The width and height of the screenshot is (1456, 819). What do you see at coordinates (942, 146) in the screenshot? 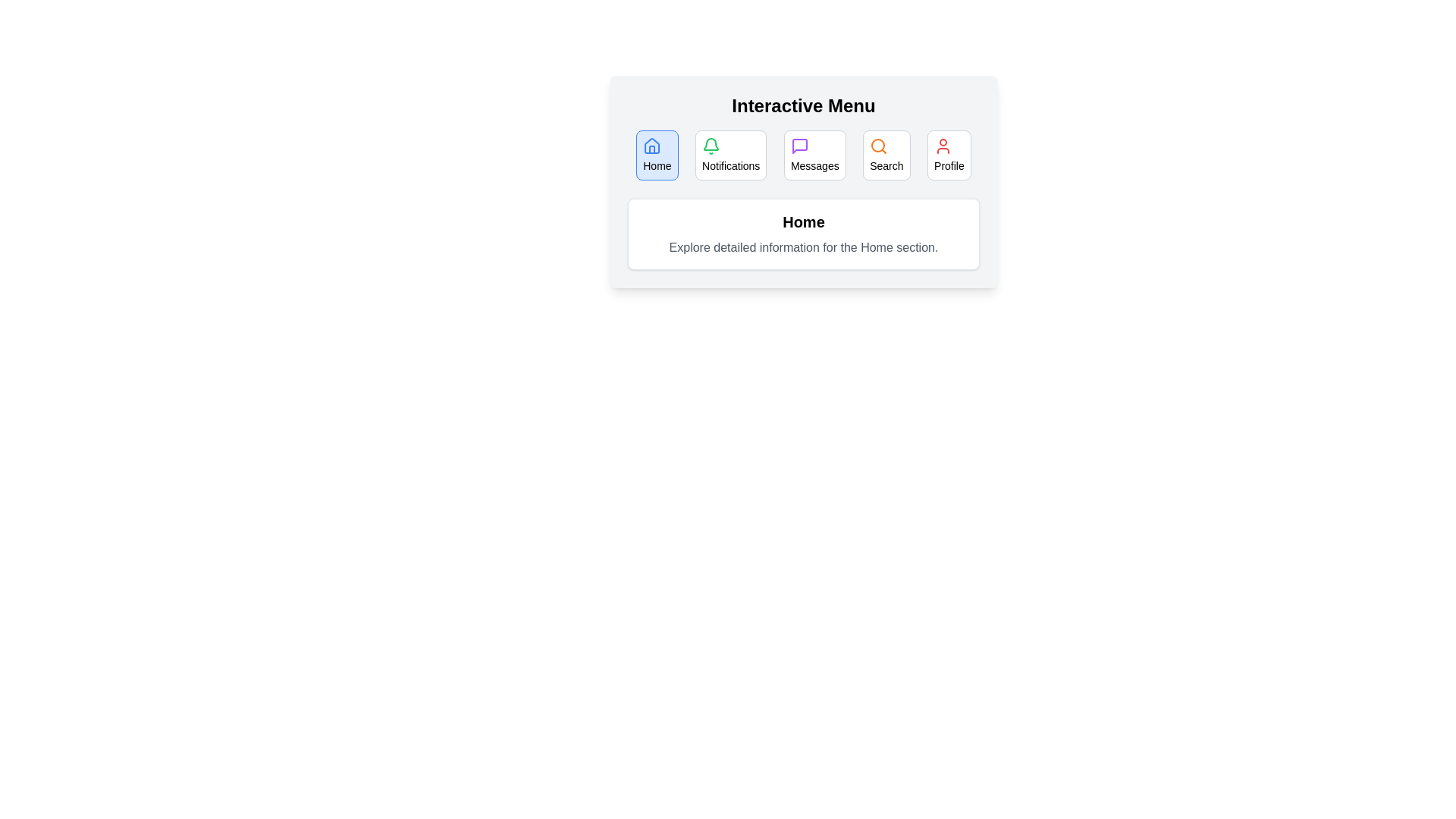
I see `the 'Profile' icon located at the far-right side of the interactive menu` at bounding box center [942, 146].